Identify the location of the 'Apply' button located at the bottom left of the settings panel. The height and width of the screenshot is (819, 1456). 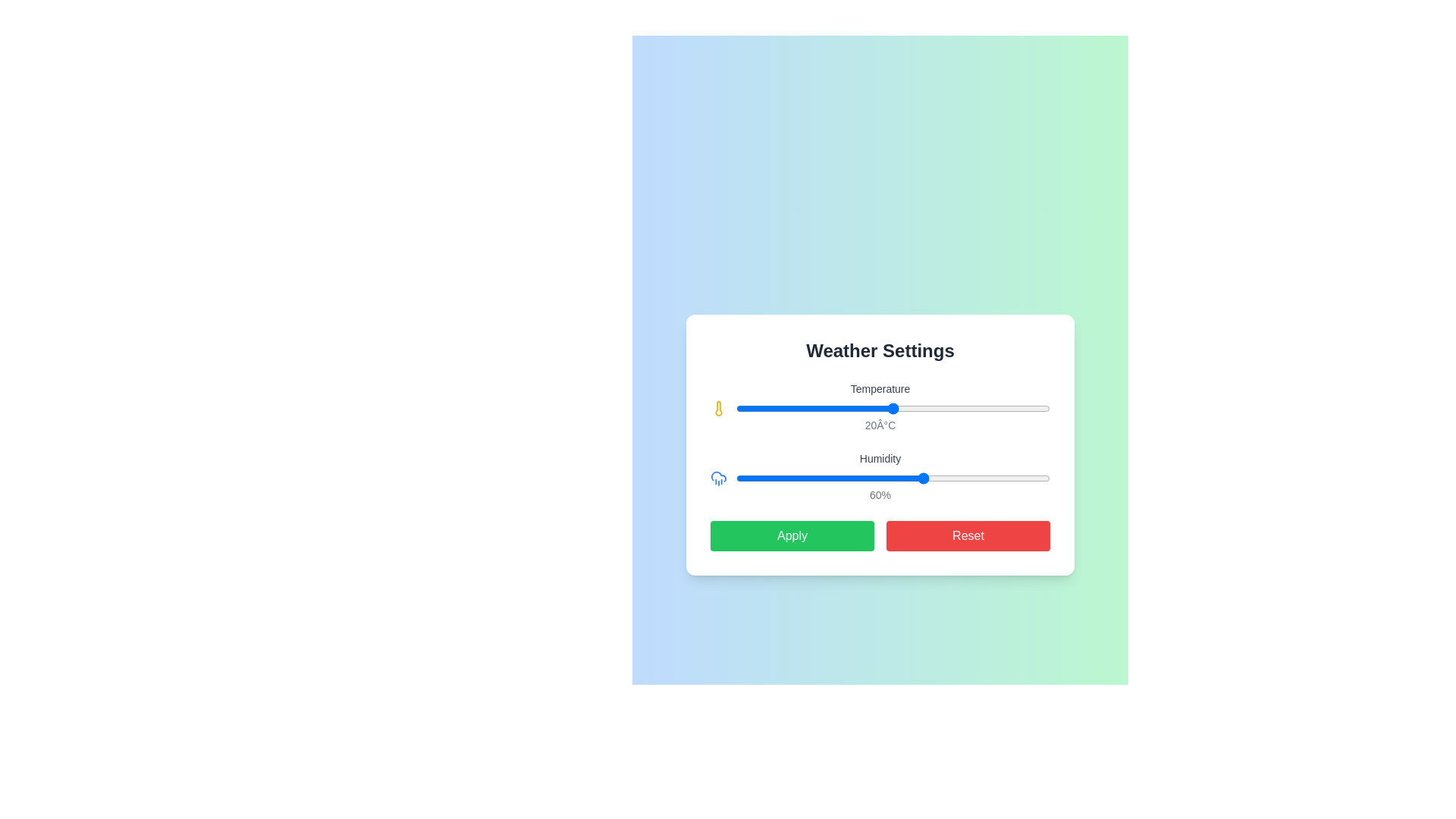
(792, 535).